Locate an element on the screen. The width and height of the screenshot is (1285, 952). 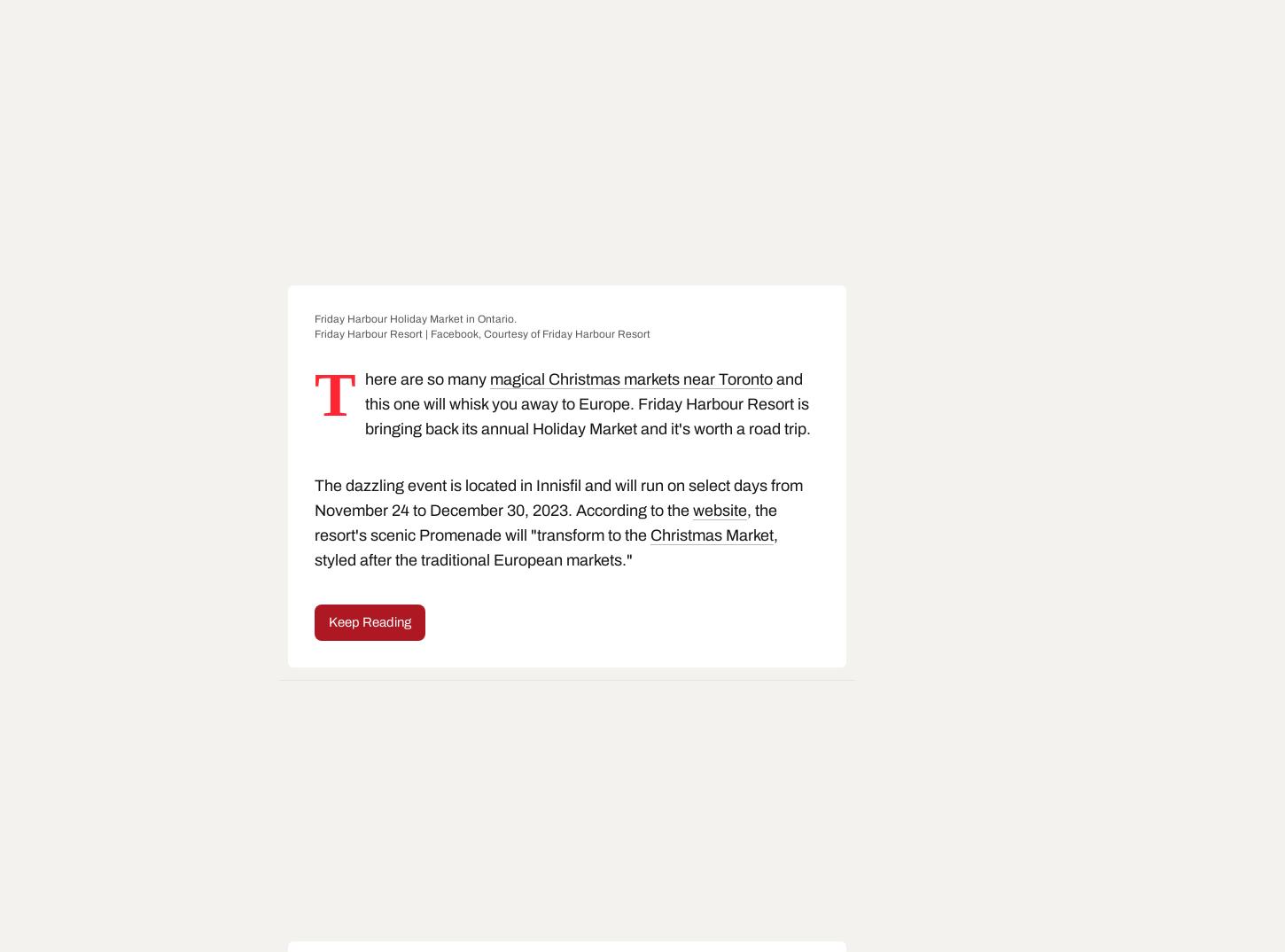
'magical Christmas markets near Toronto' is located at coordinates (629, 378).